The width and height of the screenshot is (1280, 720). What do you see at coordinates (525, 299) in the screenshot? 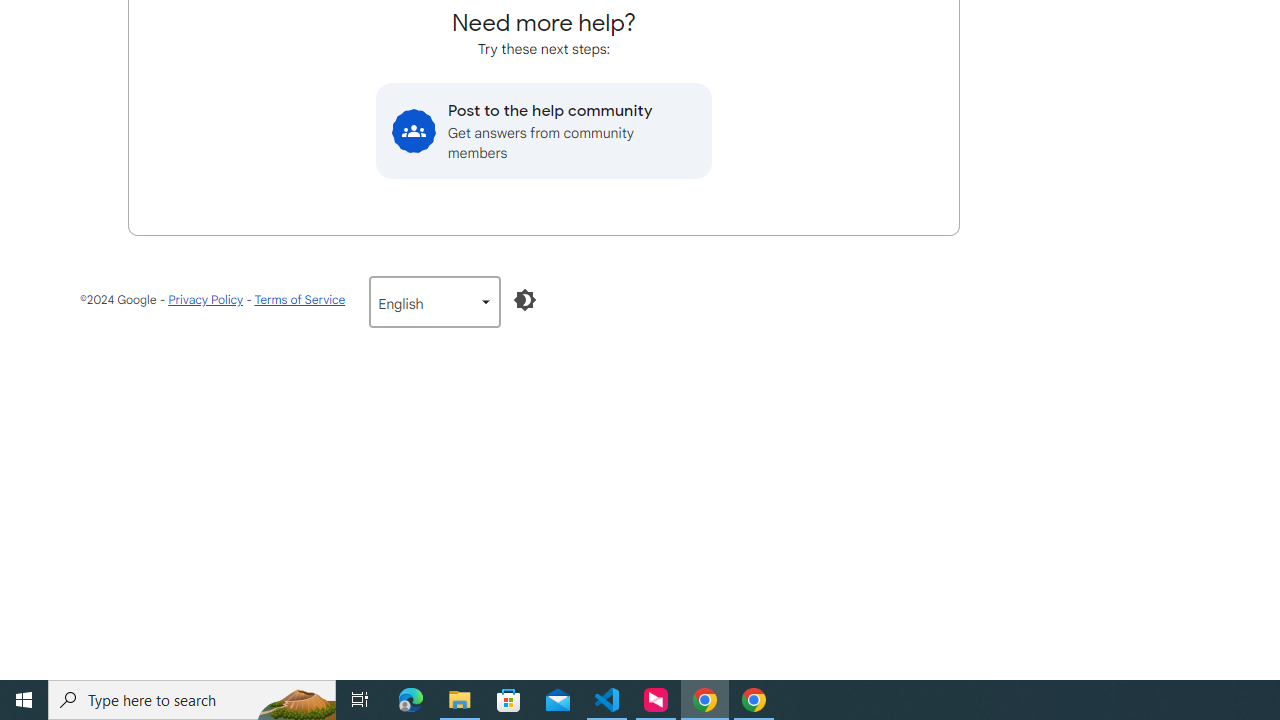
I see `'Enable Dark Mode'` at bounding box center [525, 299].